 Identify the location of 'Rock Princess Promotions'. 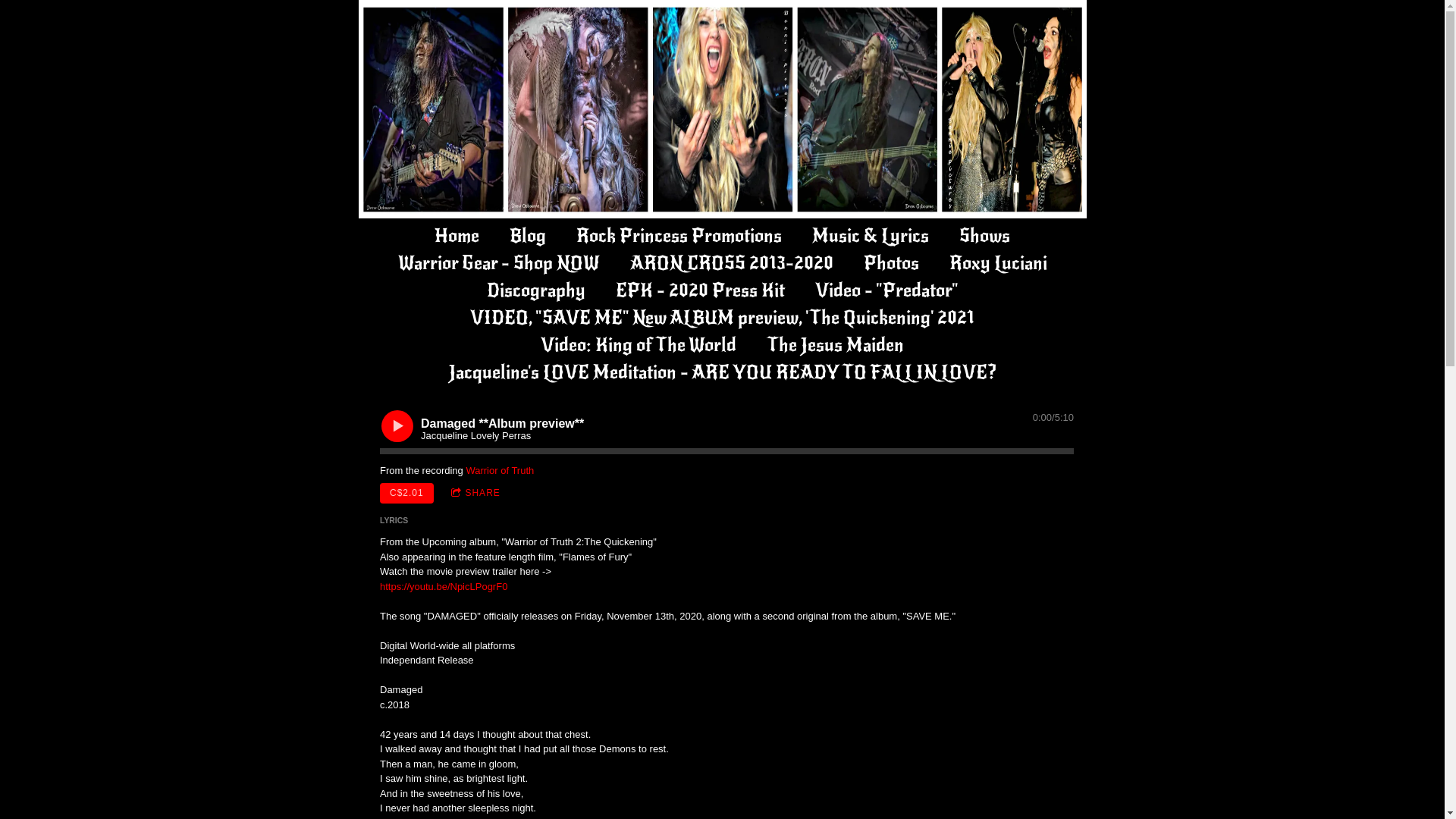
(678, 236).